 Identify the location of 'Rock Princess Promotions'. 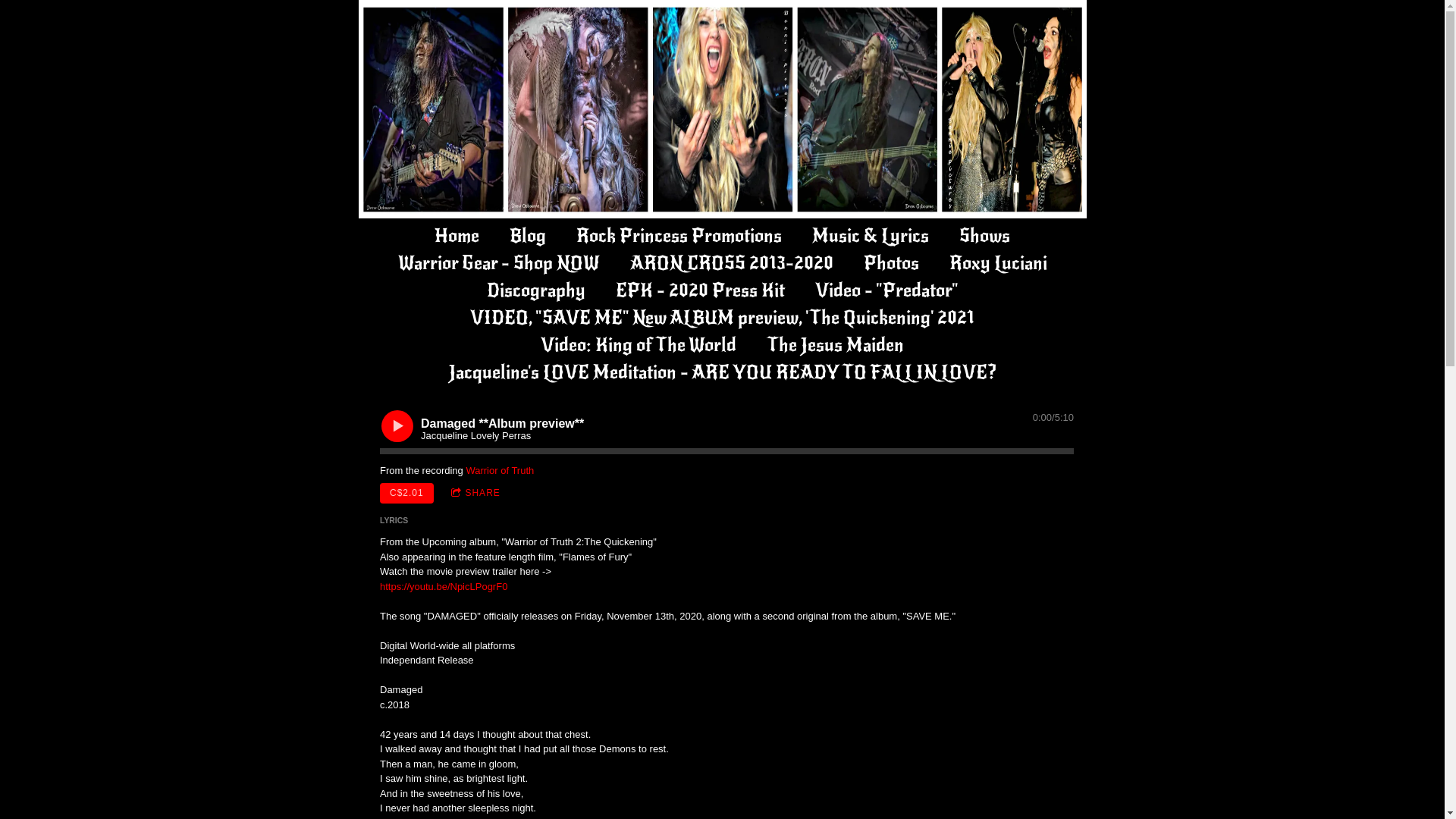
(678, 236).